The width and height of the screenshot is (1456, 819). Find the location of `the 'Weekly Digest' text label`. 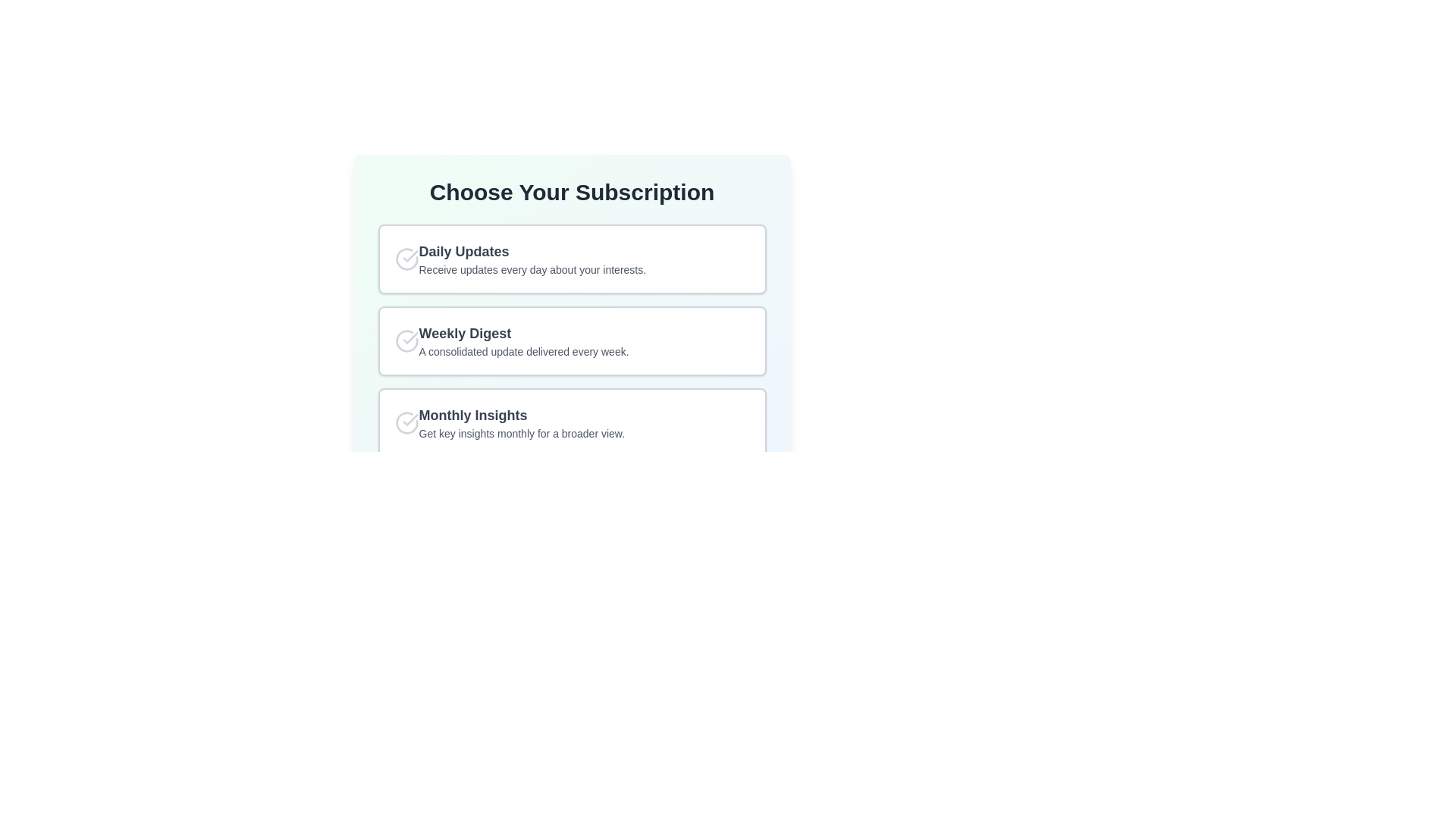

the 'Weekly Digest' text label is located at coordinates (524, 332).